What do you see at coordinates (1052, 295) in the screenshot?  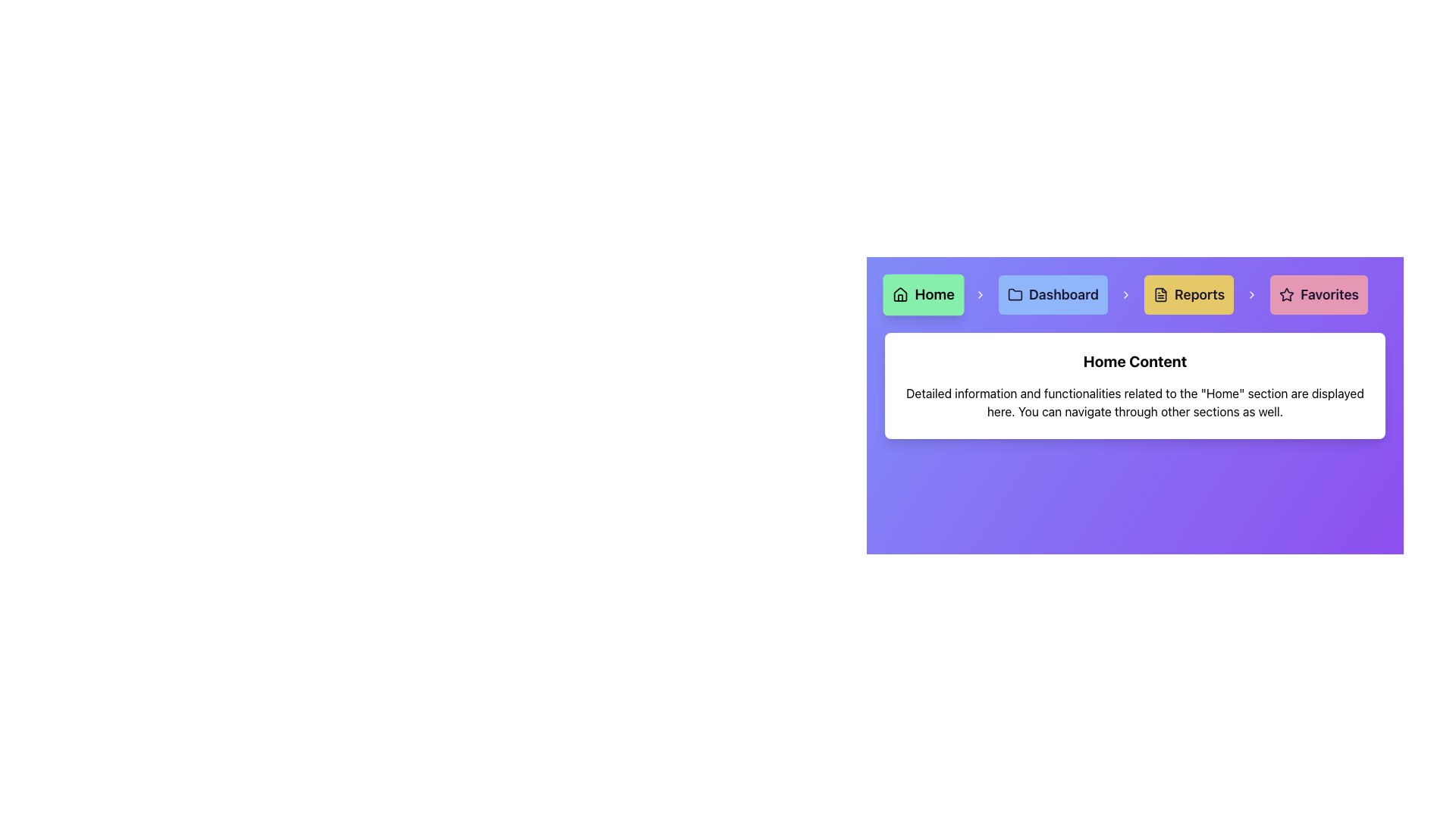 I see `the 'Dashboard' navigation button to make it more opaque, which is located directly to the right of the 'Home' button and to the left of the 'Reports' button` at bounding box center [1052, 295].